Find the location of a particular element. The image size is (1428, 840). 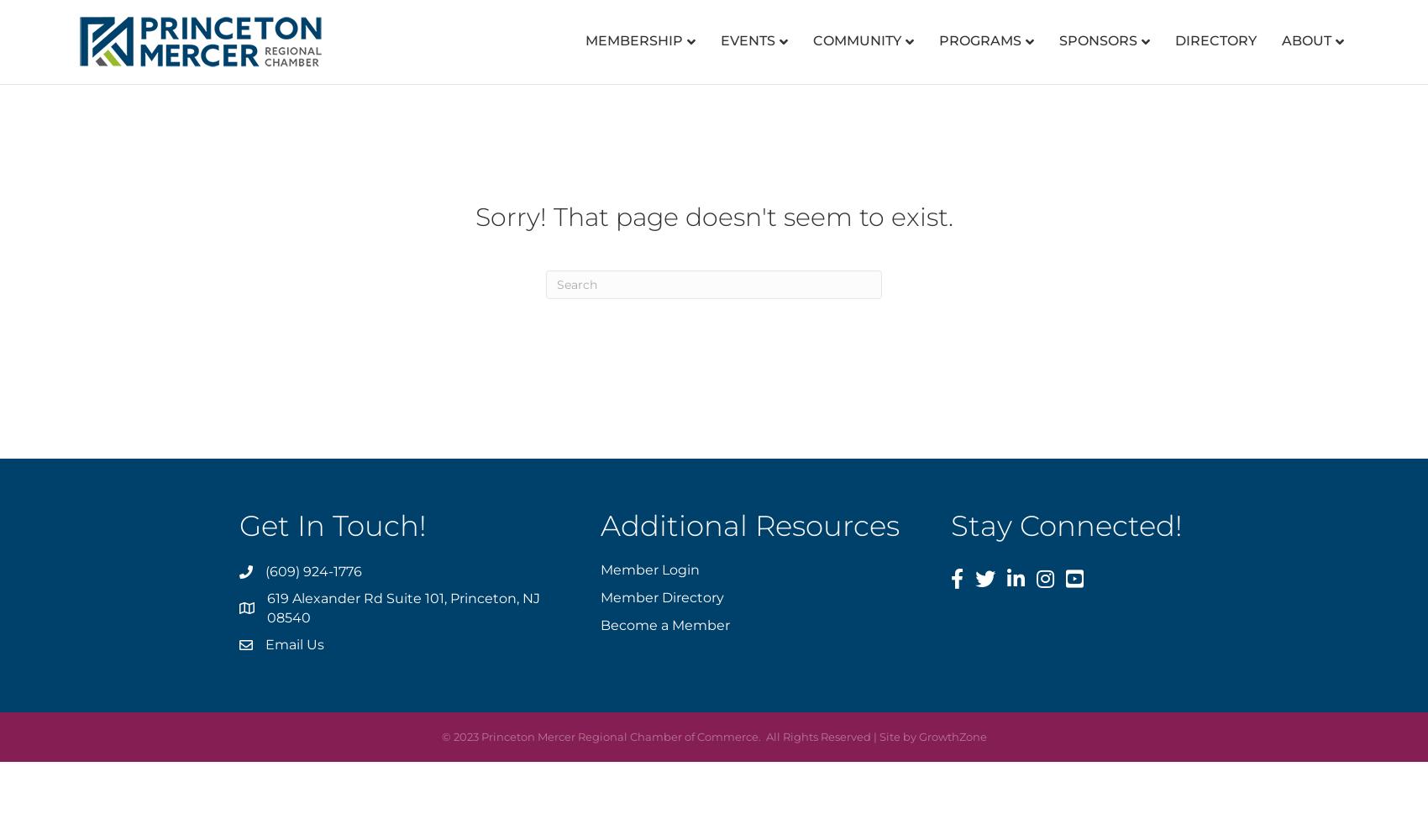

'Princeton Mercer Regional Chamber of Commerce.' is located at coordinates (620, 736).